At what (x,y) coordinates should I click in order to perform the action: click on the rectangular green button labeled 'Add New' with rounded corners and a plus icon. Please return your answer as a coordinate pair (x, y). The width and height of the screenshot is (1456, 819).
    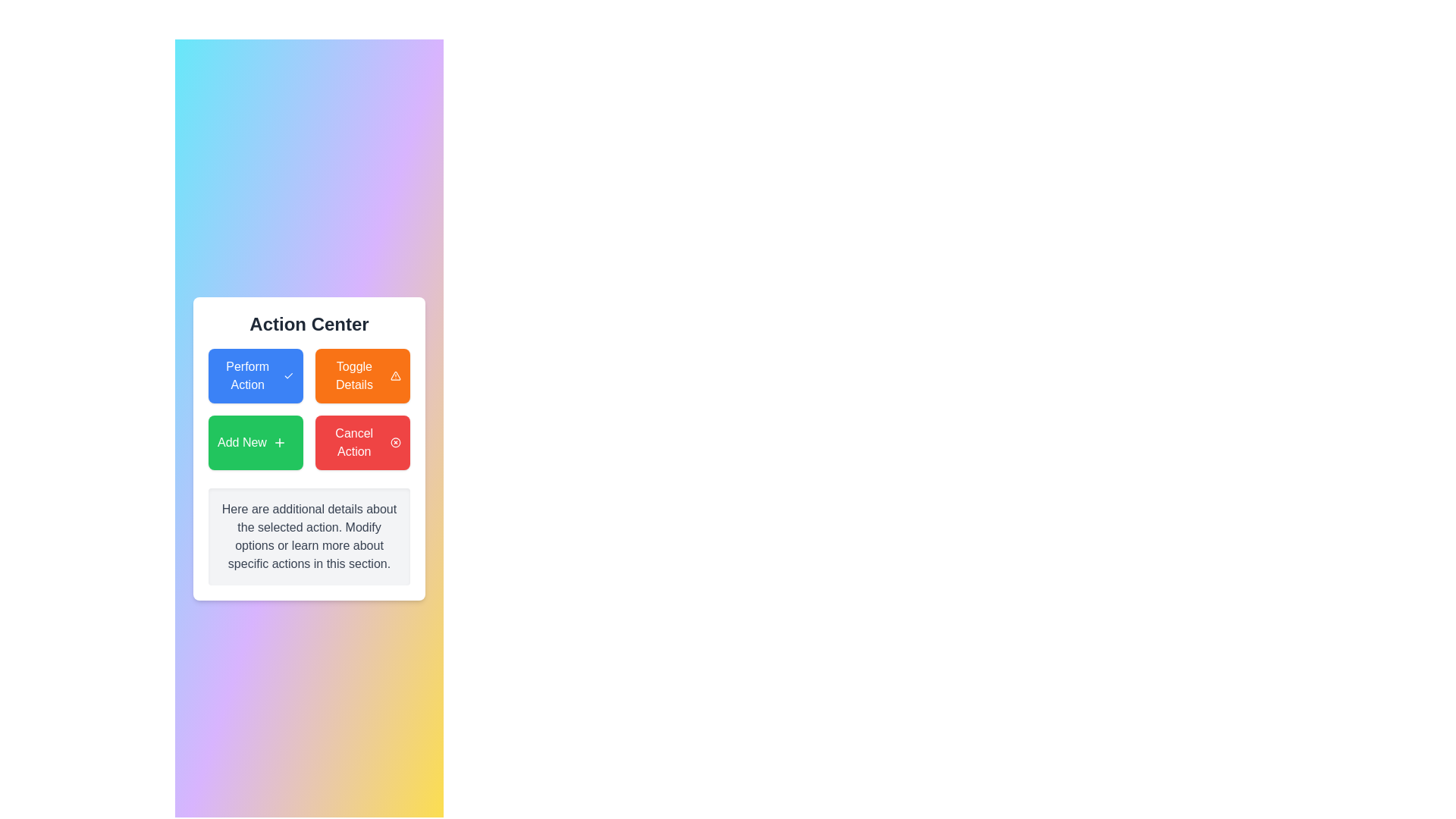
    Looking at the image, I should click on (256, 442).